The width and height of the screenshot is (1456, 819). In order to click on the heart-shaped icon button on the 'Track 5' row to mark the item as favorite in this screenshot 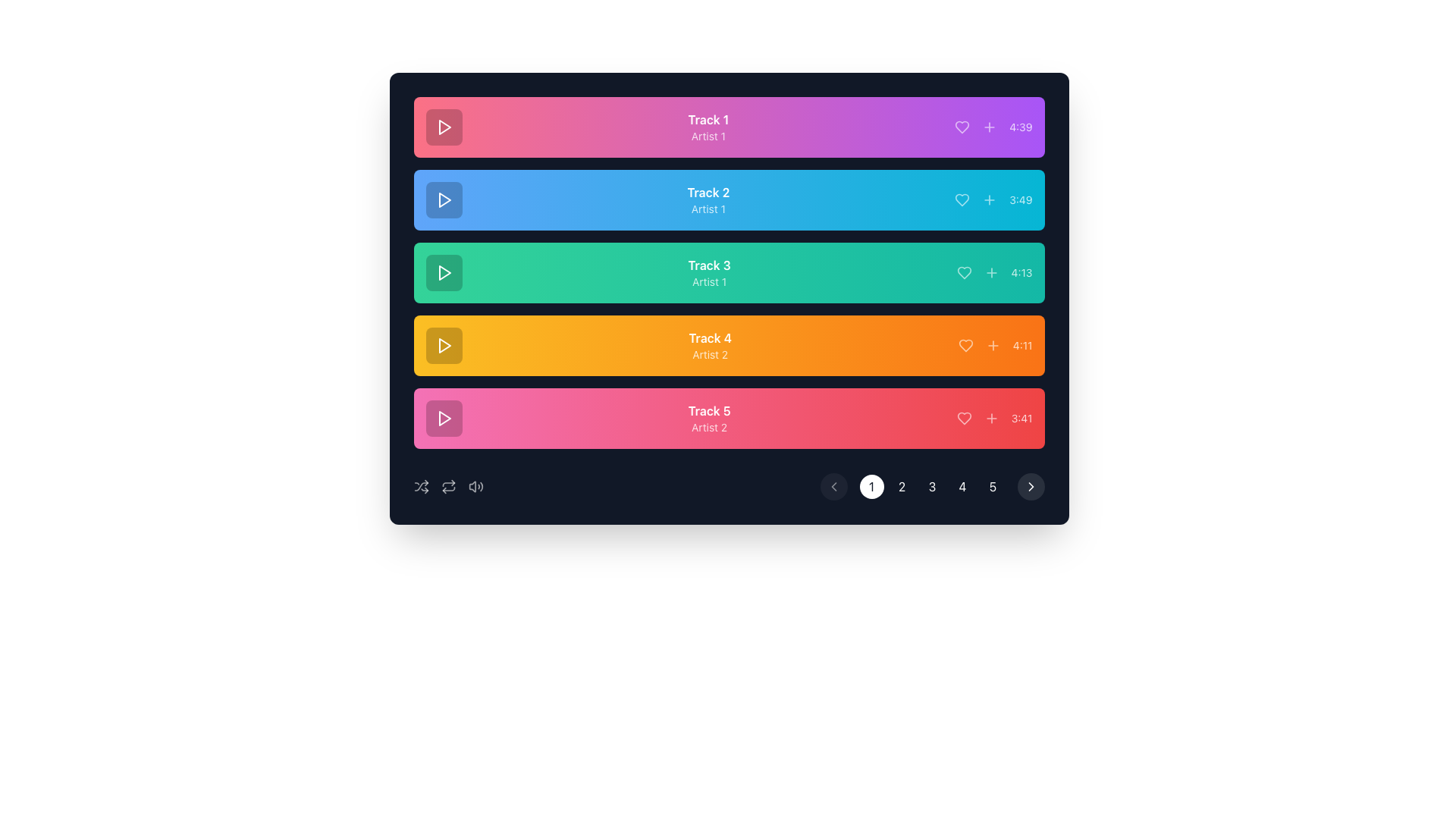, I will do `click(963, 418)`.